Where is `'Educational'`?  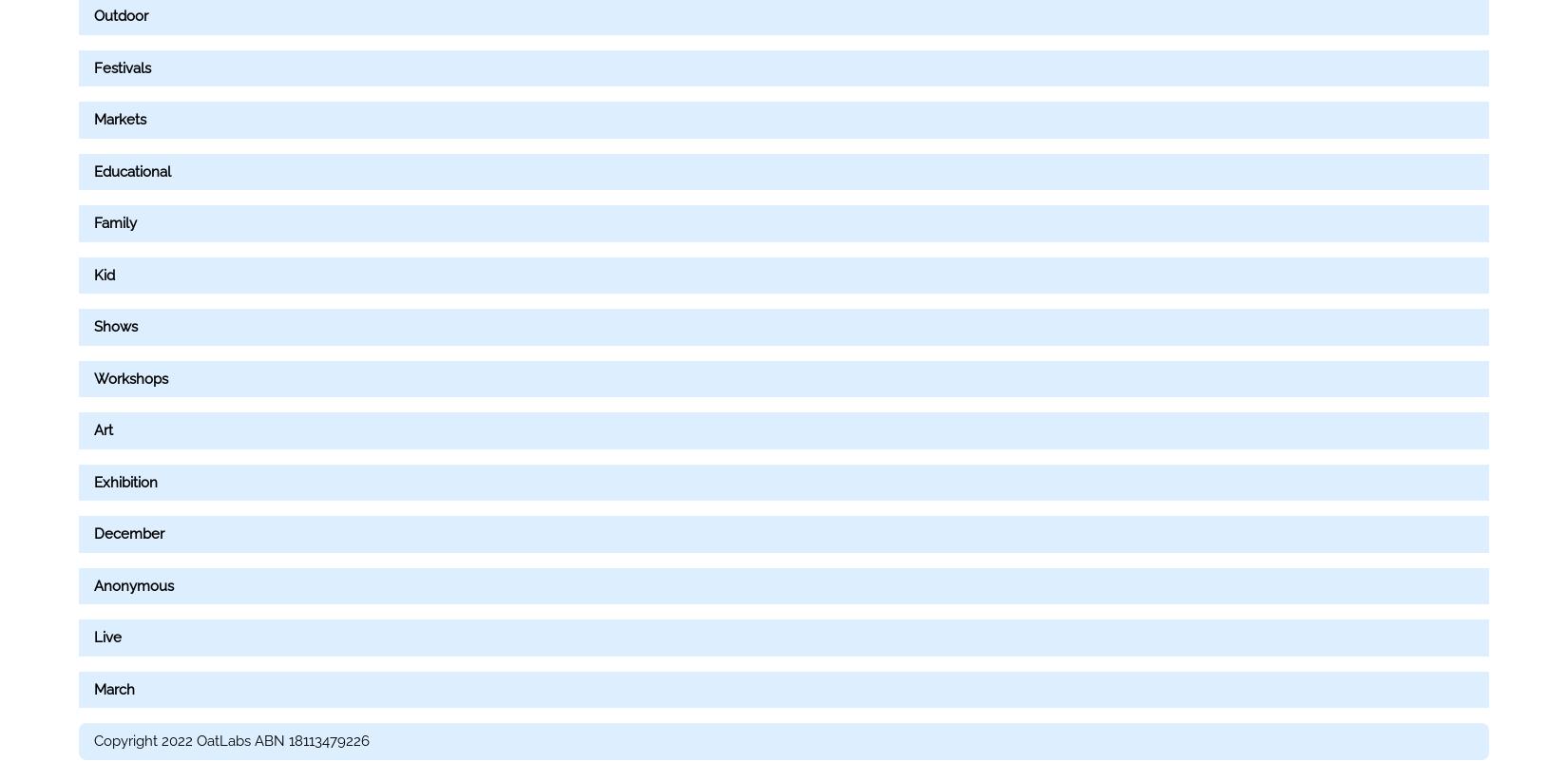 'Educational' is located at coordinates (132, 170).